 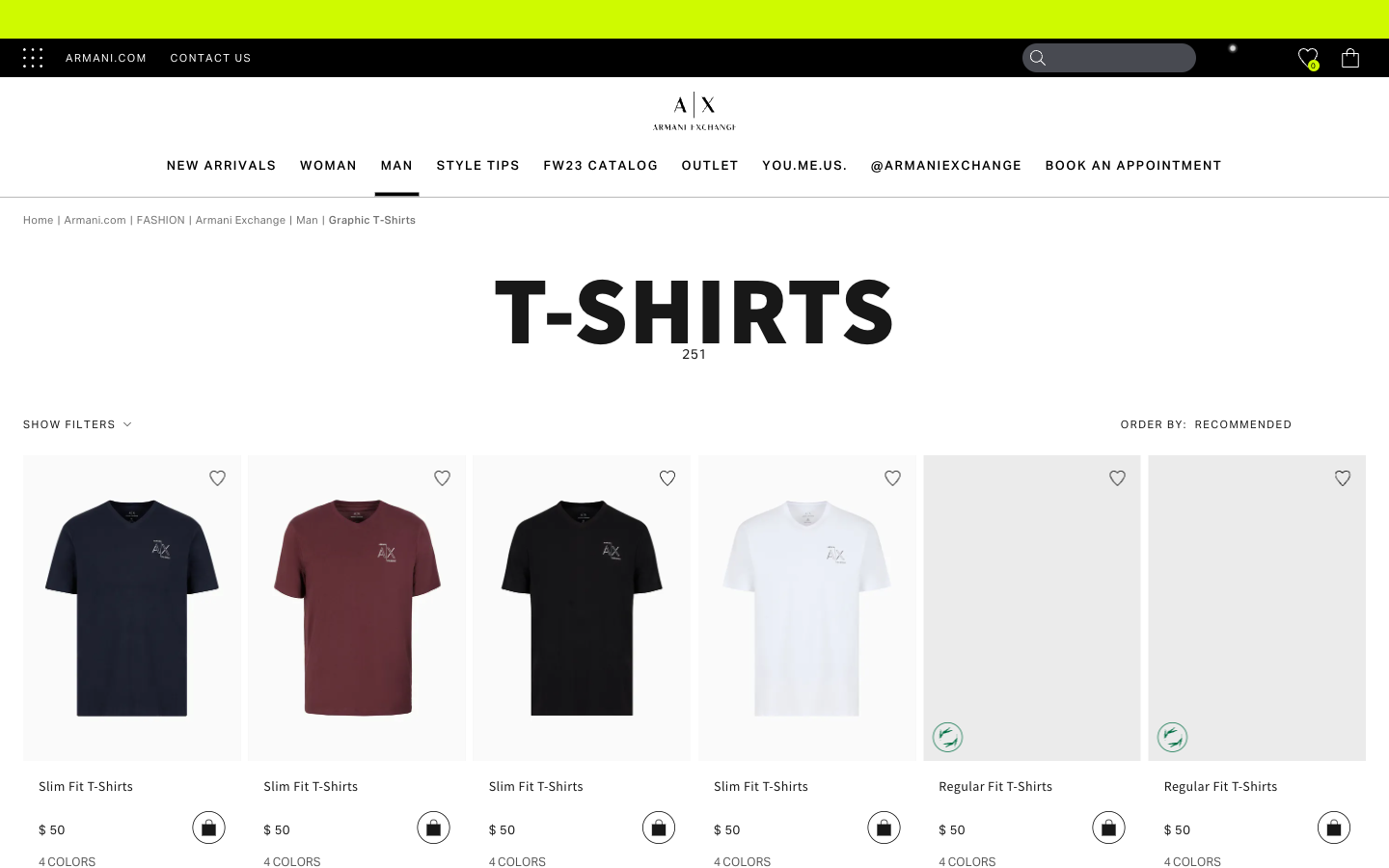 What do you see at coordinates (1032, 793) in the screenshot?
I see `the regular fit T-shirts section by selecting it` at bounding box center [1032, 793].